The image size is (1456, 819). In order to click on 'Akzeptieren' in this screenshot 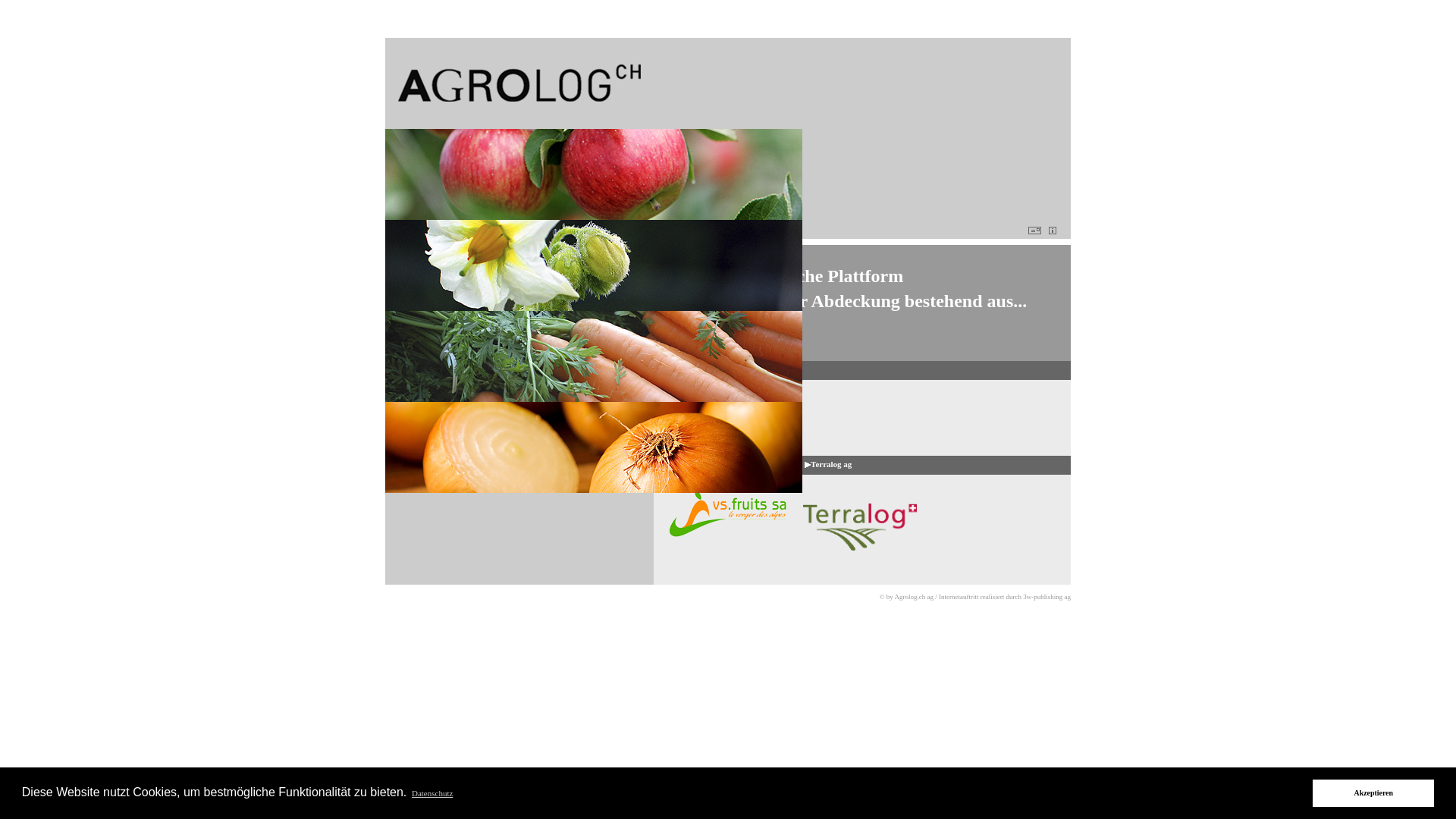, I will do `click(1373, 792)`.